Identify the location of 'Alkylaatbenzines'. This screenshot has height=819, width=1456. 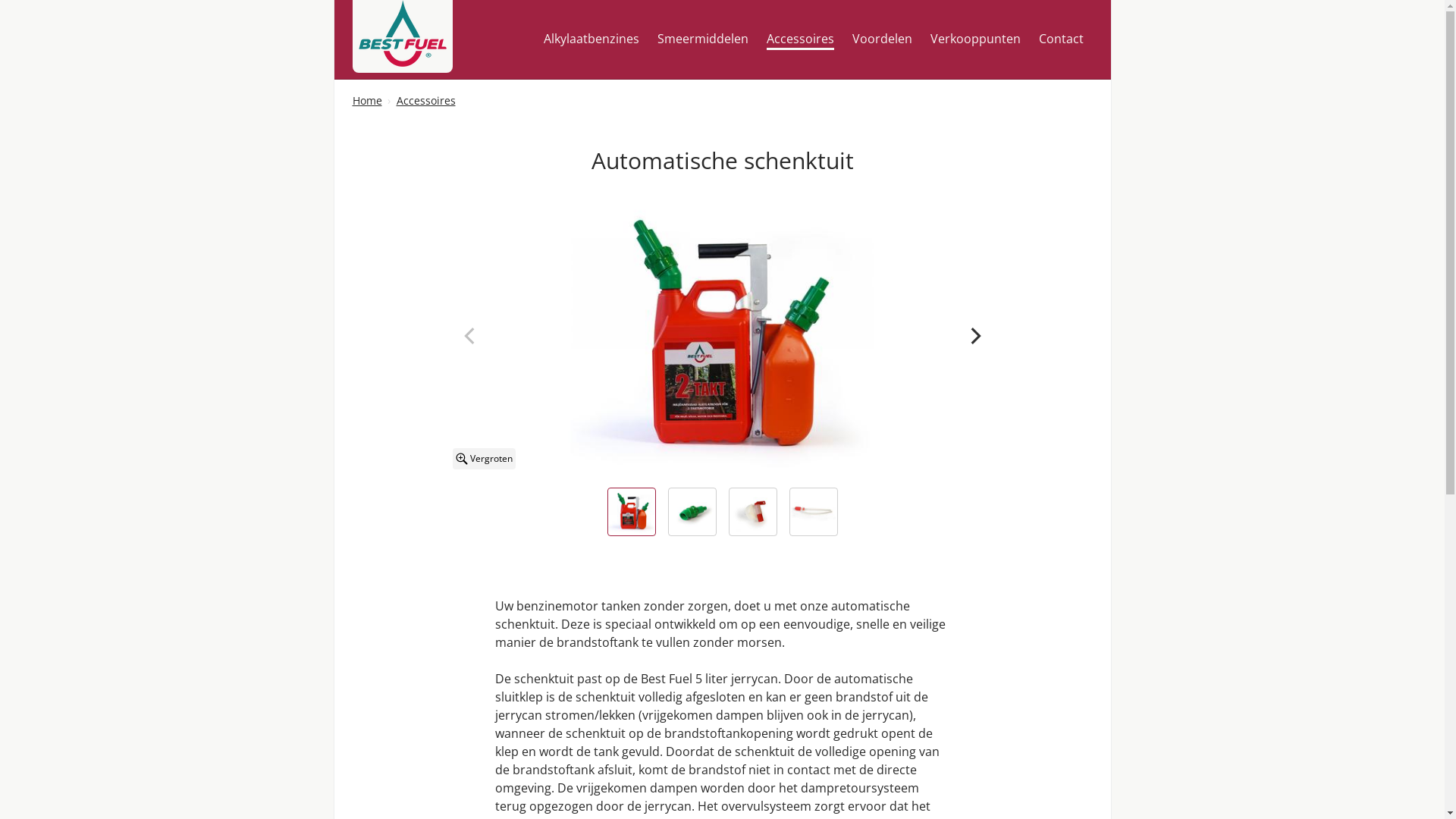
(589, 38).